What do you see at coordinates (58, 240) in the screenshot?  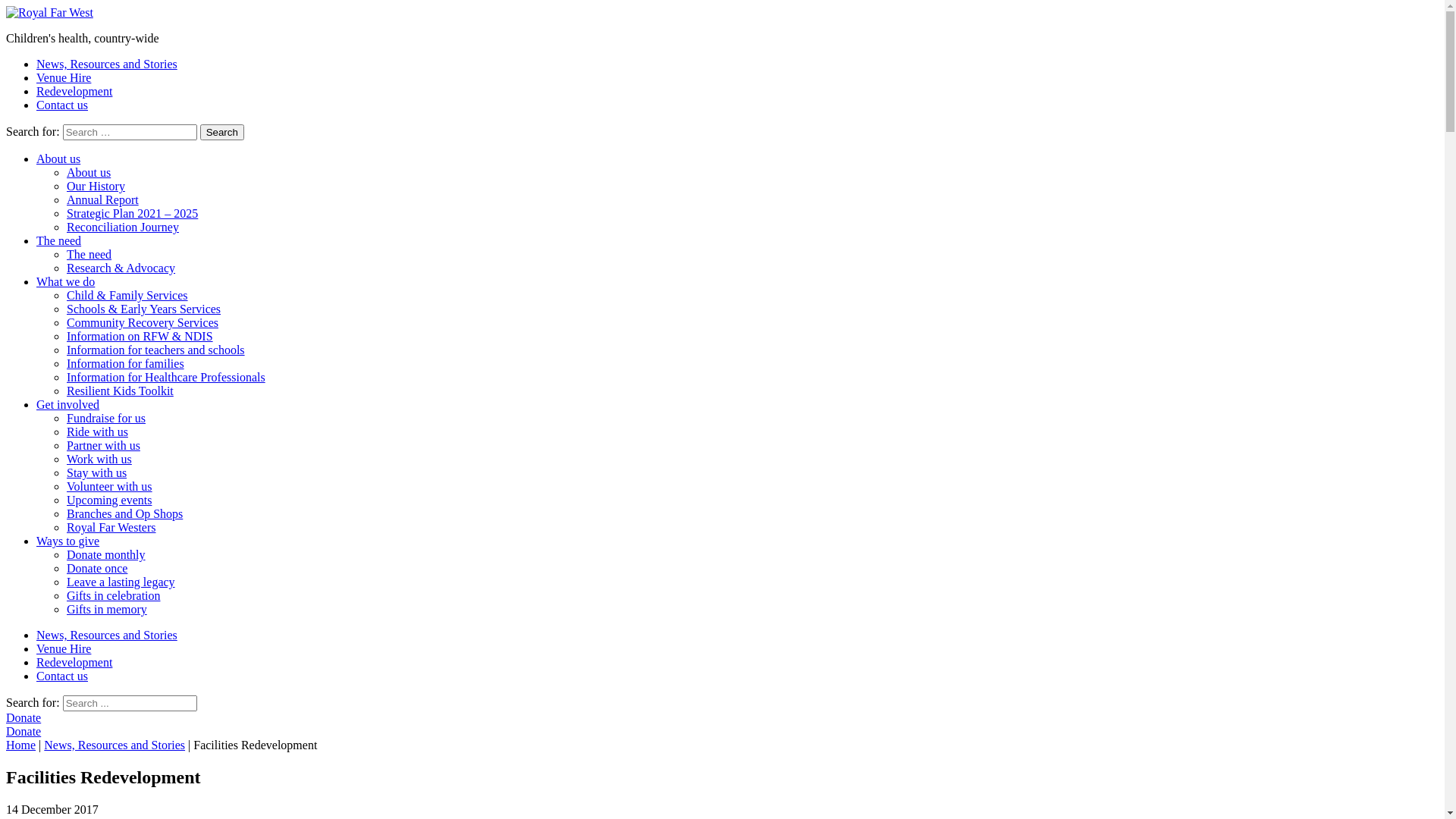 I see `'The need'` at bounding box center [58, 240].